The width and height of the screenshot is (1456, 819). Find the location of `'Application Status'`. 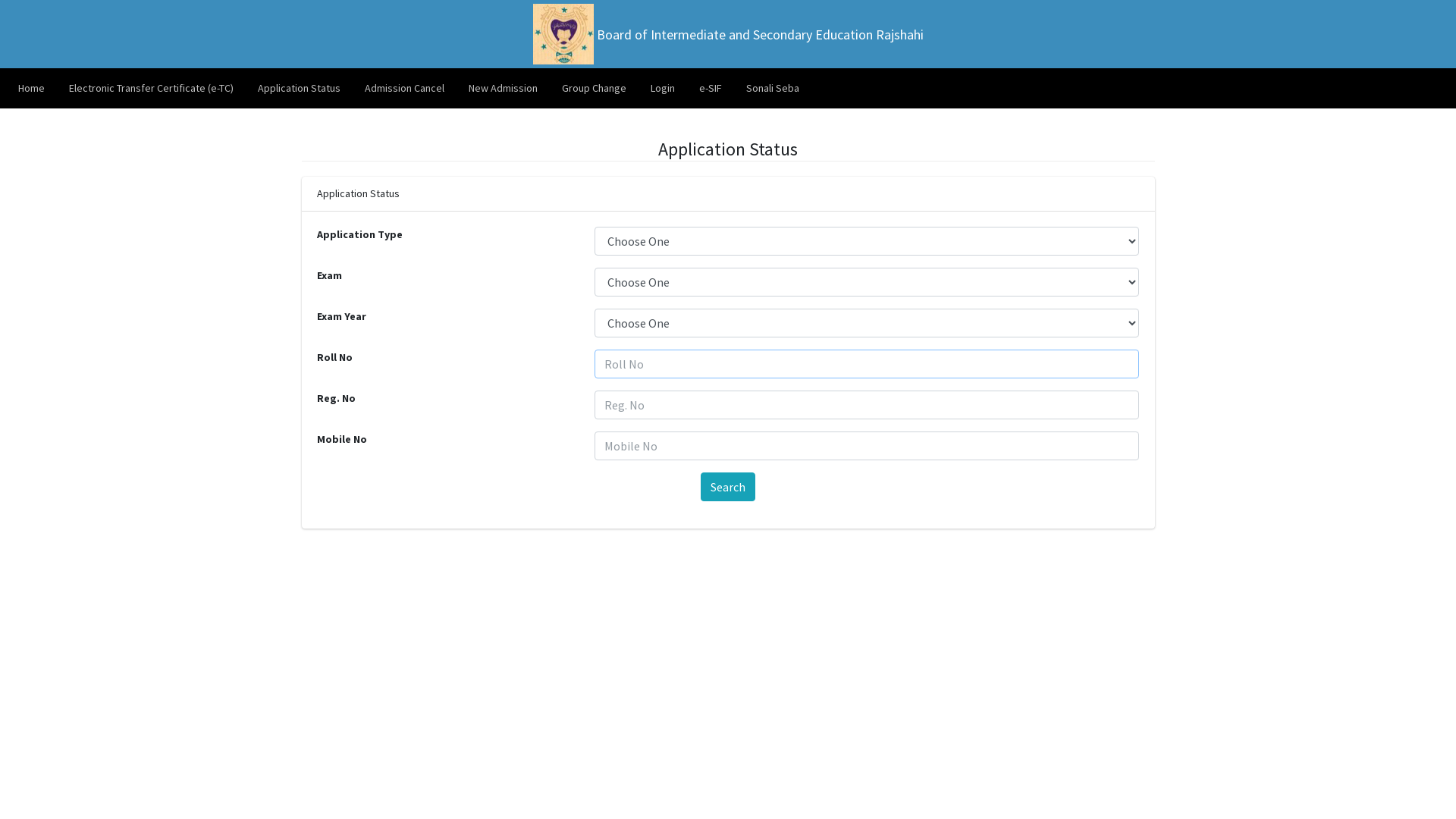

'Application Status' is located at coordinates (299, 88).